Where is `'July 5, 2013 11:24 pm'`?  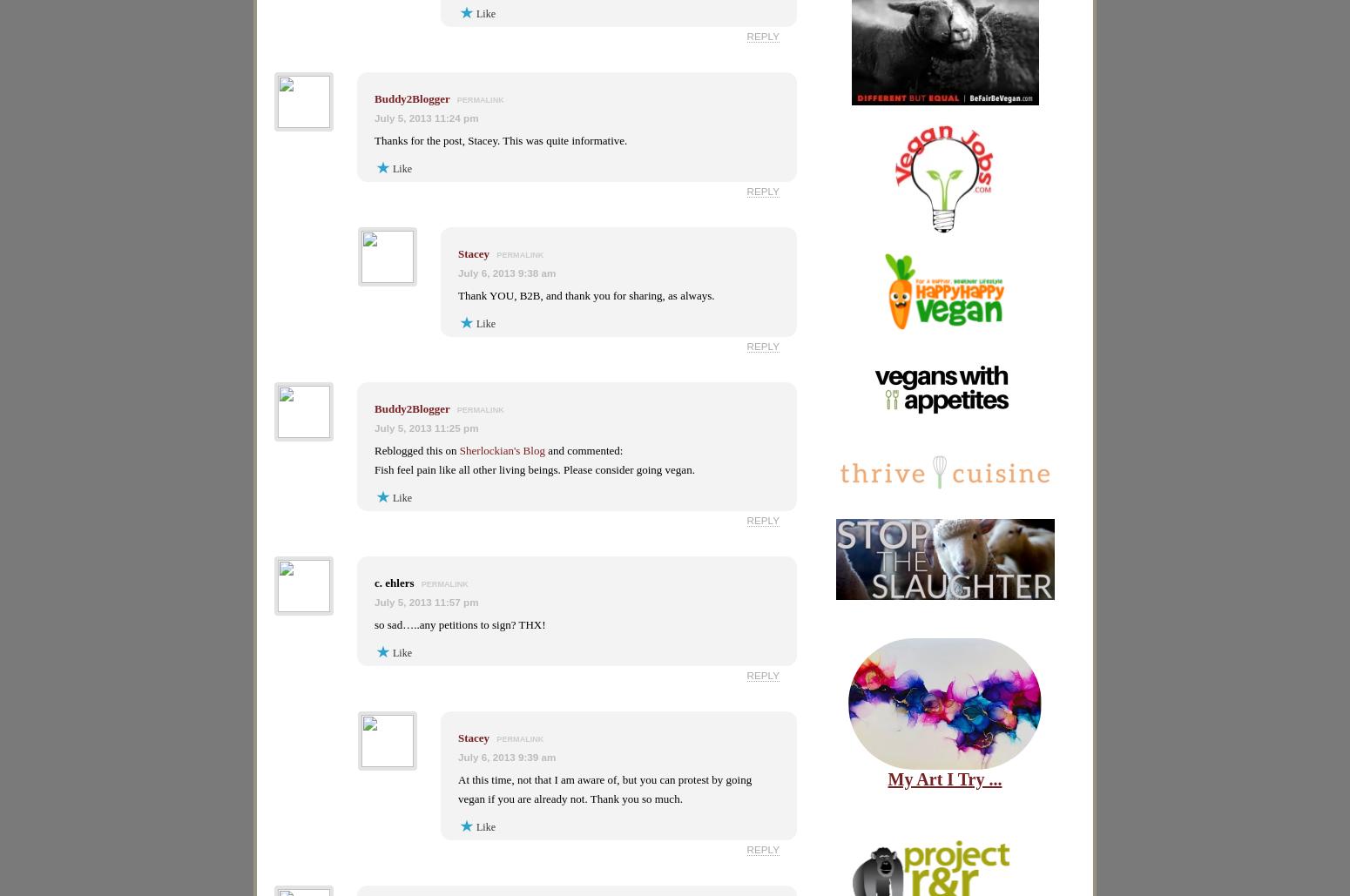
'July 5, 2013 11:24 pm' is located at coordinates (425, 117).